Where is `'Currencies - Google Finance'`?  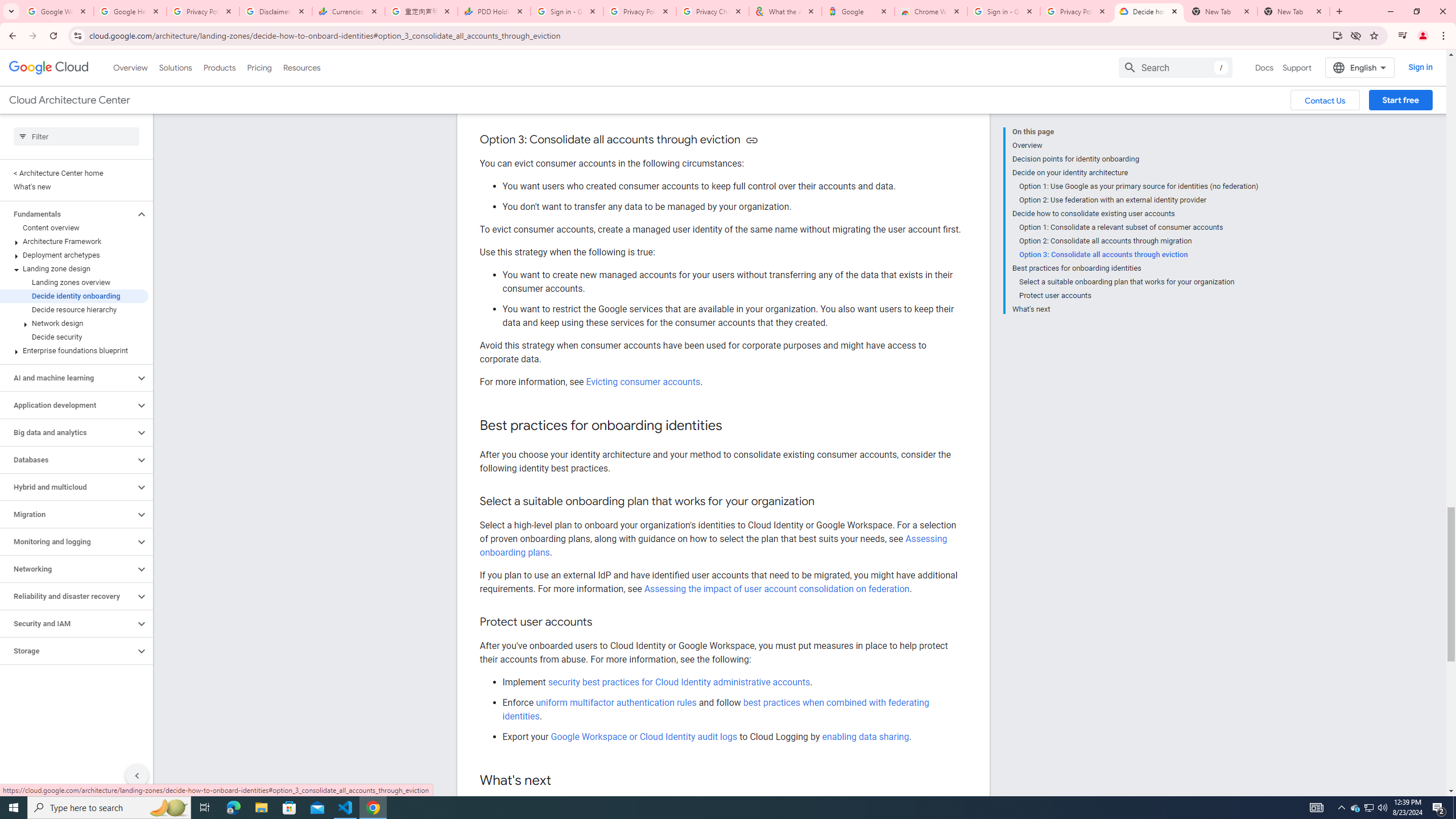 'Currencies - Google Finance' is located at coordinates (348, 11).